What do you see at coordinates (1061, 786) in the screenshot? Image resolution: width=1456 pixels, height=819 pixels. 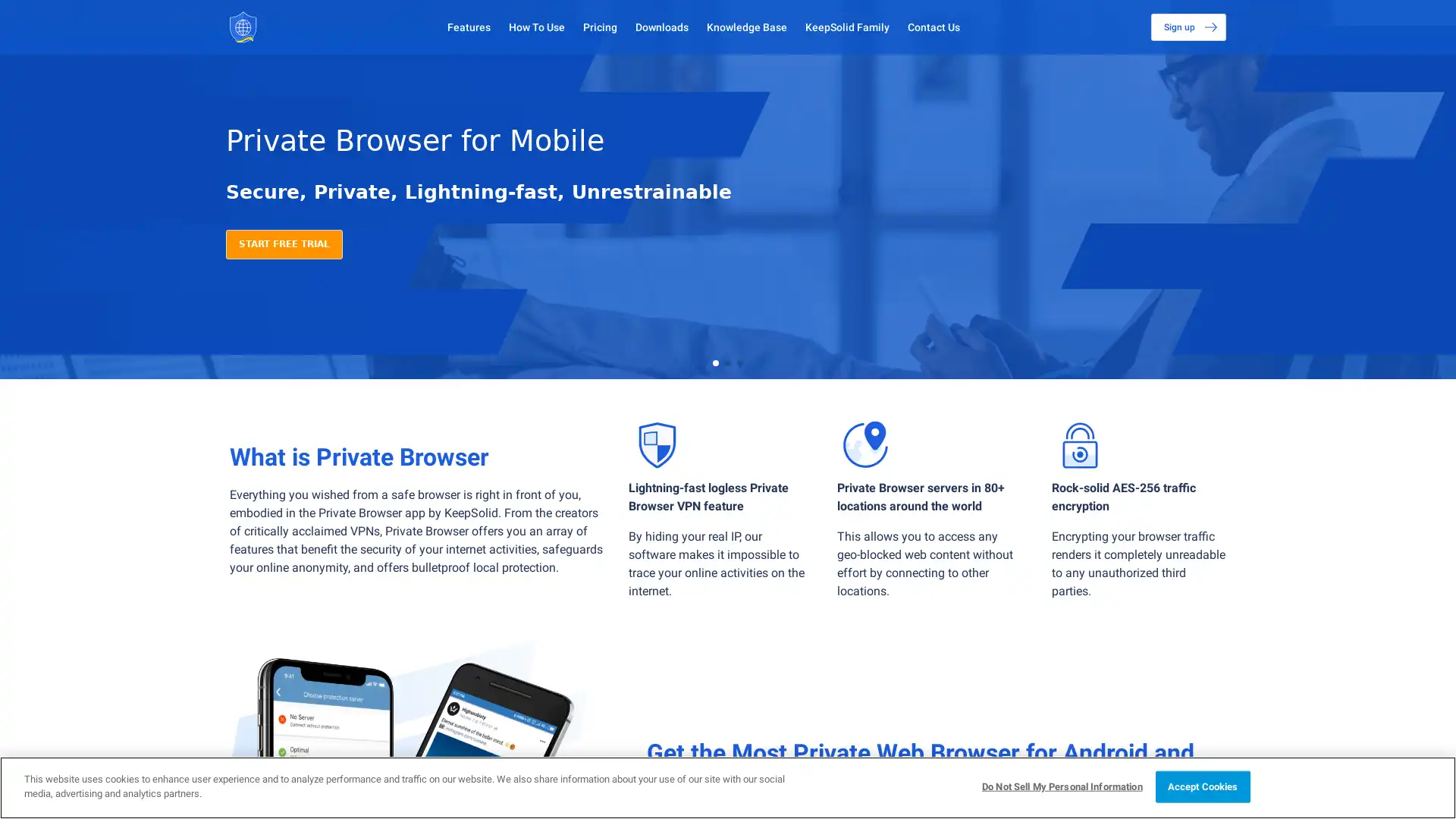 I see `Do Not Sell My Personal Information` at bounding box center [1061, 786].